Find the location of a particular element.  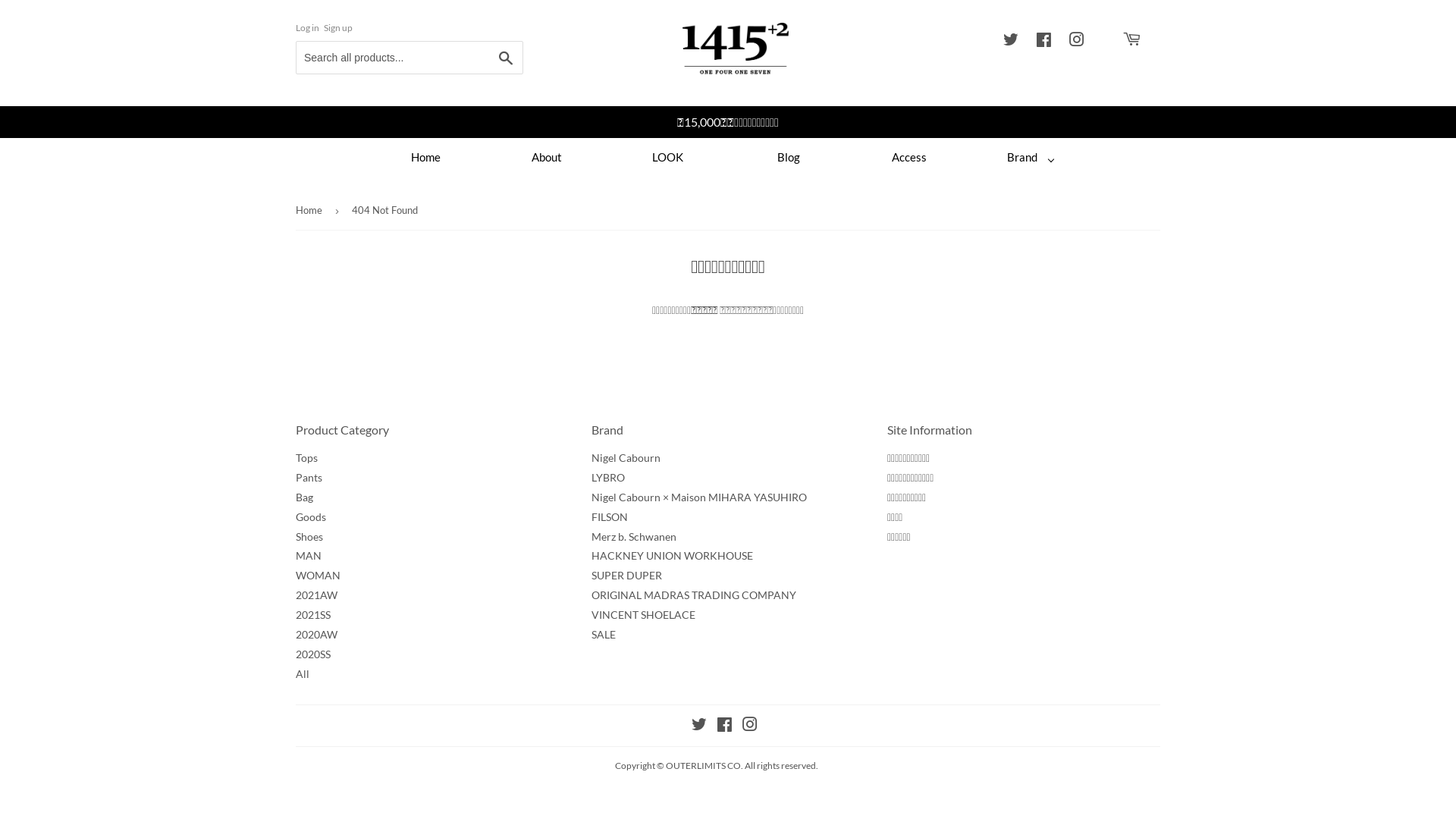

'FILSON' is located at coordinates (610, 516).